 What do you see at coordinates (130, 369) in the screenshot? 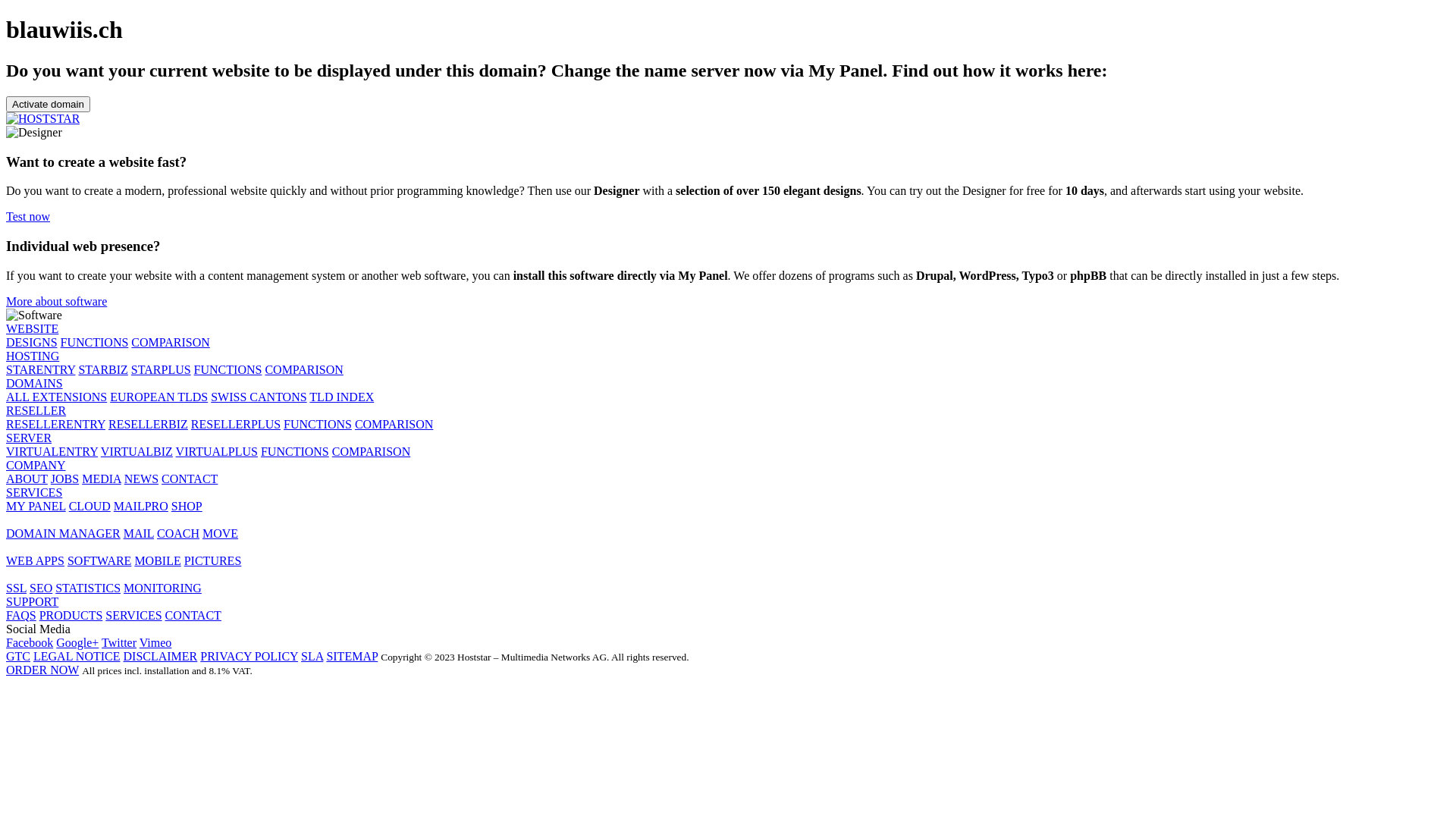
I see `'STARPLUS'` at bounding box center [130, 369].